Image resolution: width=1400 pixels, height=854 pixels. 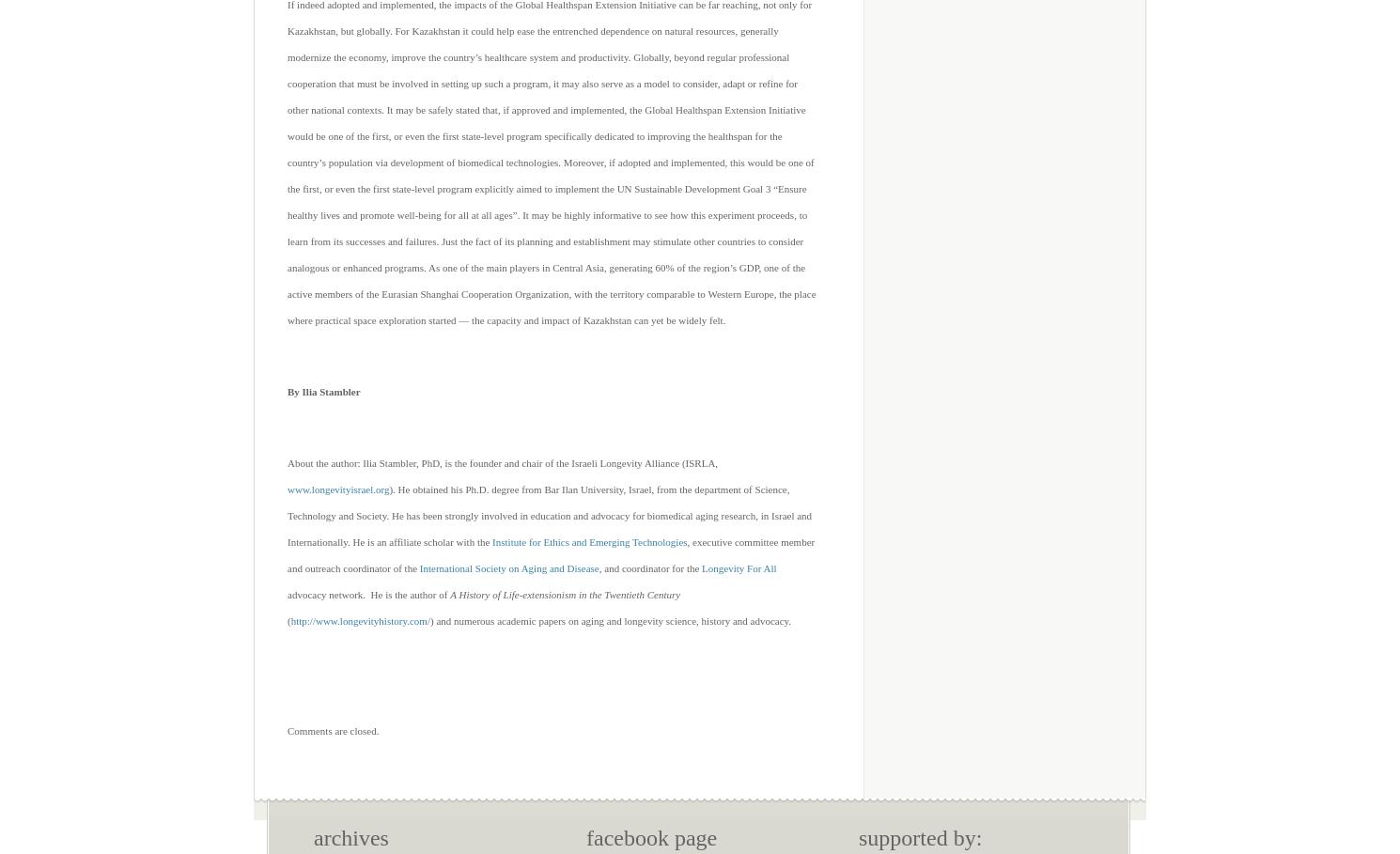 What do you see at coordinates (502, 462) in the screenshot?
I see `'About the author: Ilia Stambler, PhD, is the founder and chair of the Israeli Longevity Alliance (ISRLA,'` at bounding box center [502, 462].